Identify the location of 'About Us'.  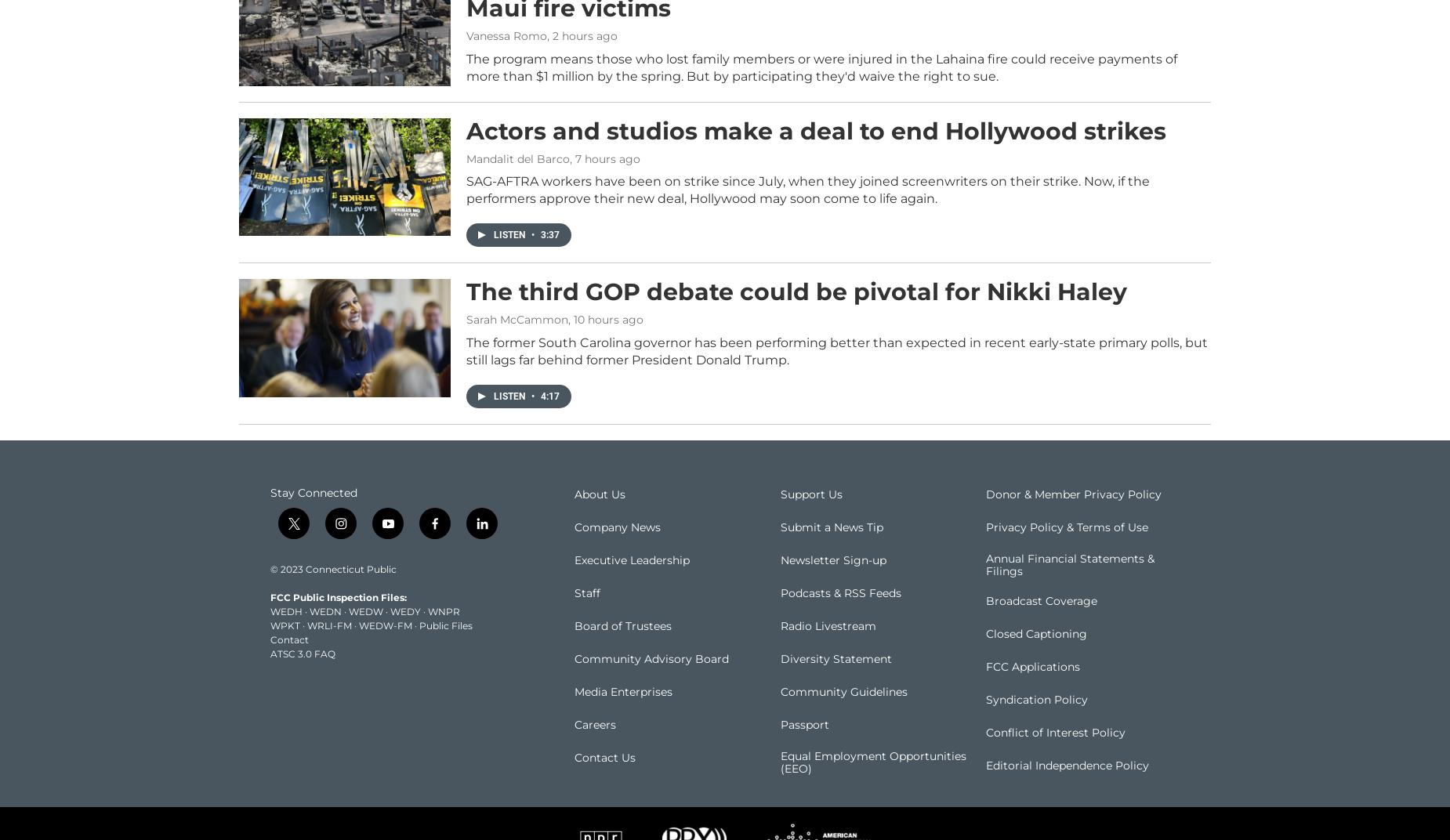
(600, 517).